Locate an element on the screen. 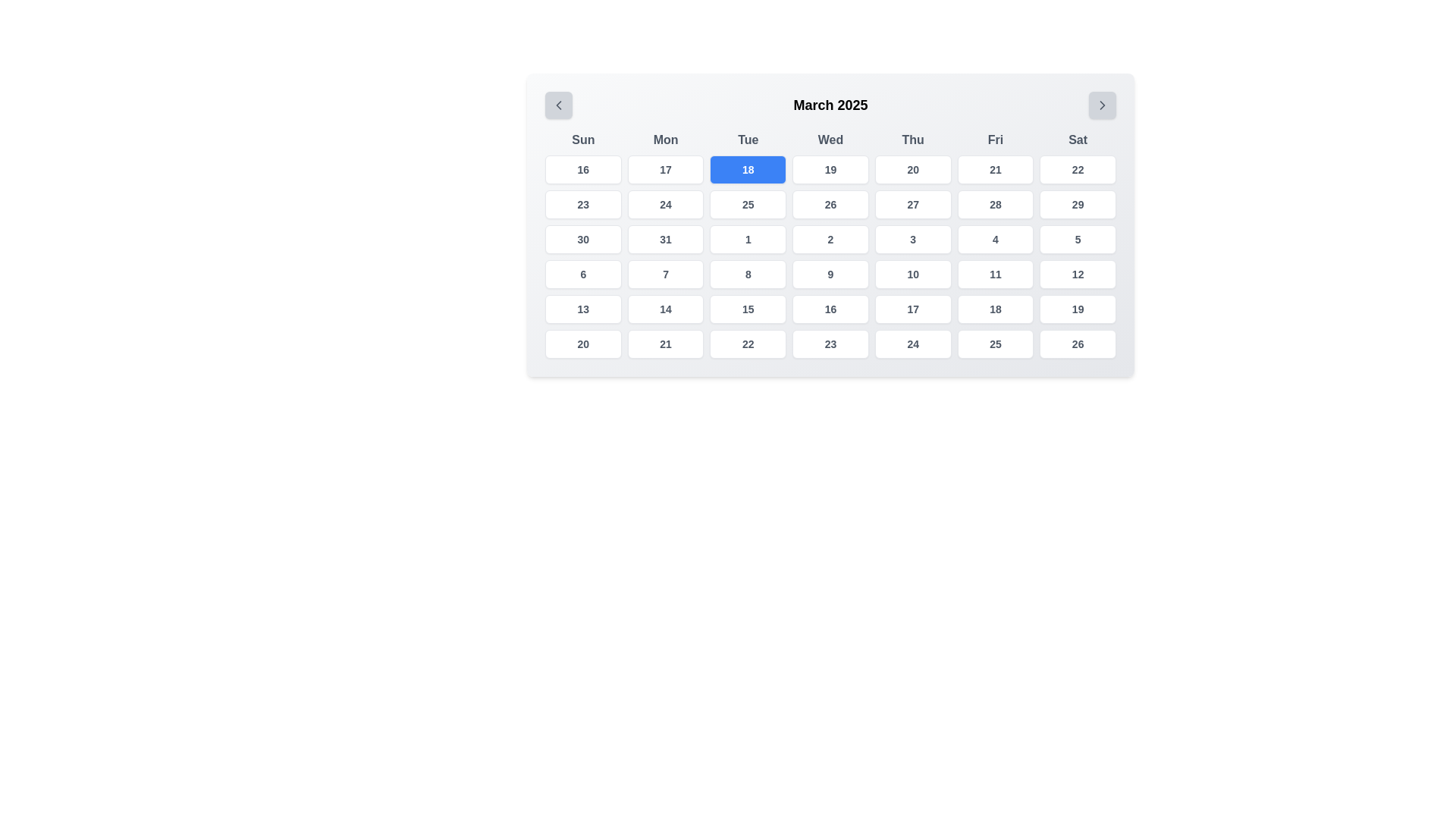 This screenshot has height=819, width=1456. the calendar cell containing the text '12' in the fourth row and seventh column of the grid is located at coordinates (1077, 275).